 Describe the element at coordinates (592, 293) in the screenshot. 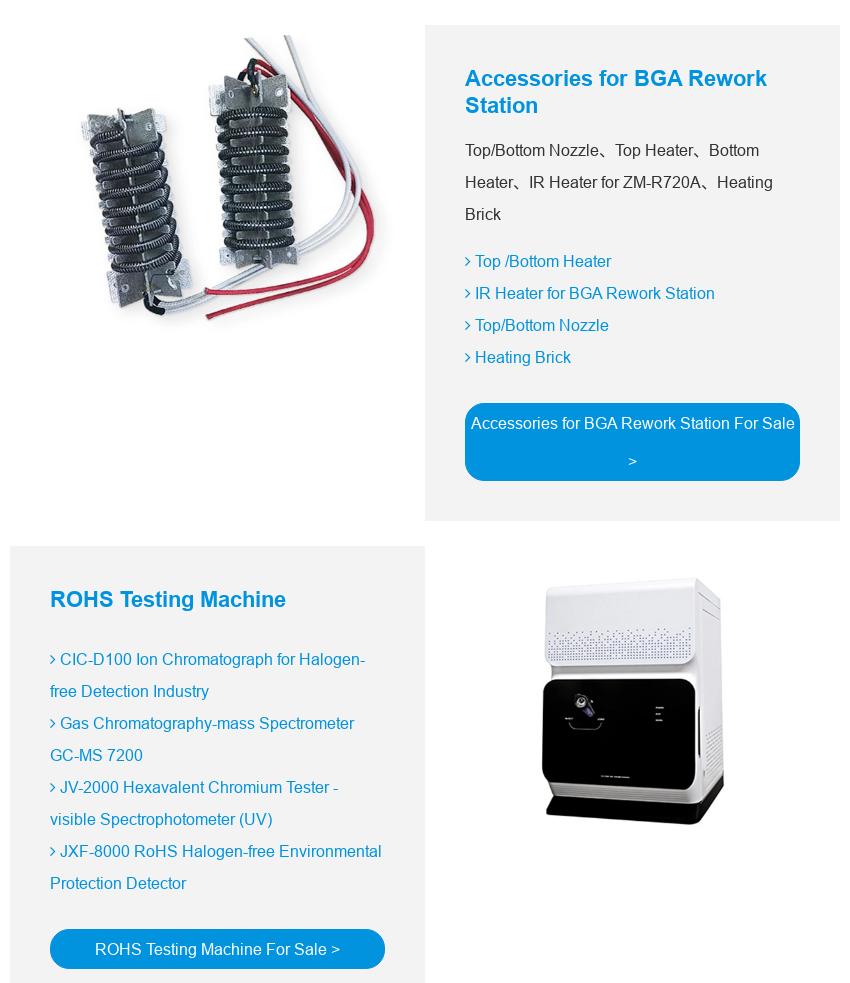

I see `'IR Heater for BGA Rework Station'` at that location.